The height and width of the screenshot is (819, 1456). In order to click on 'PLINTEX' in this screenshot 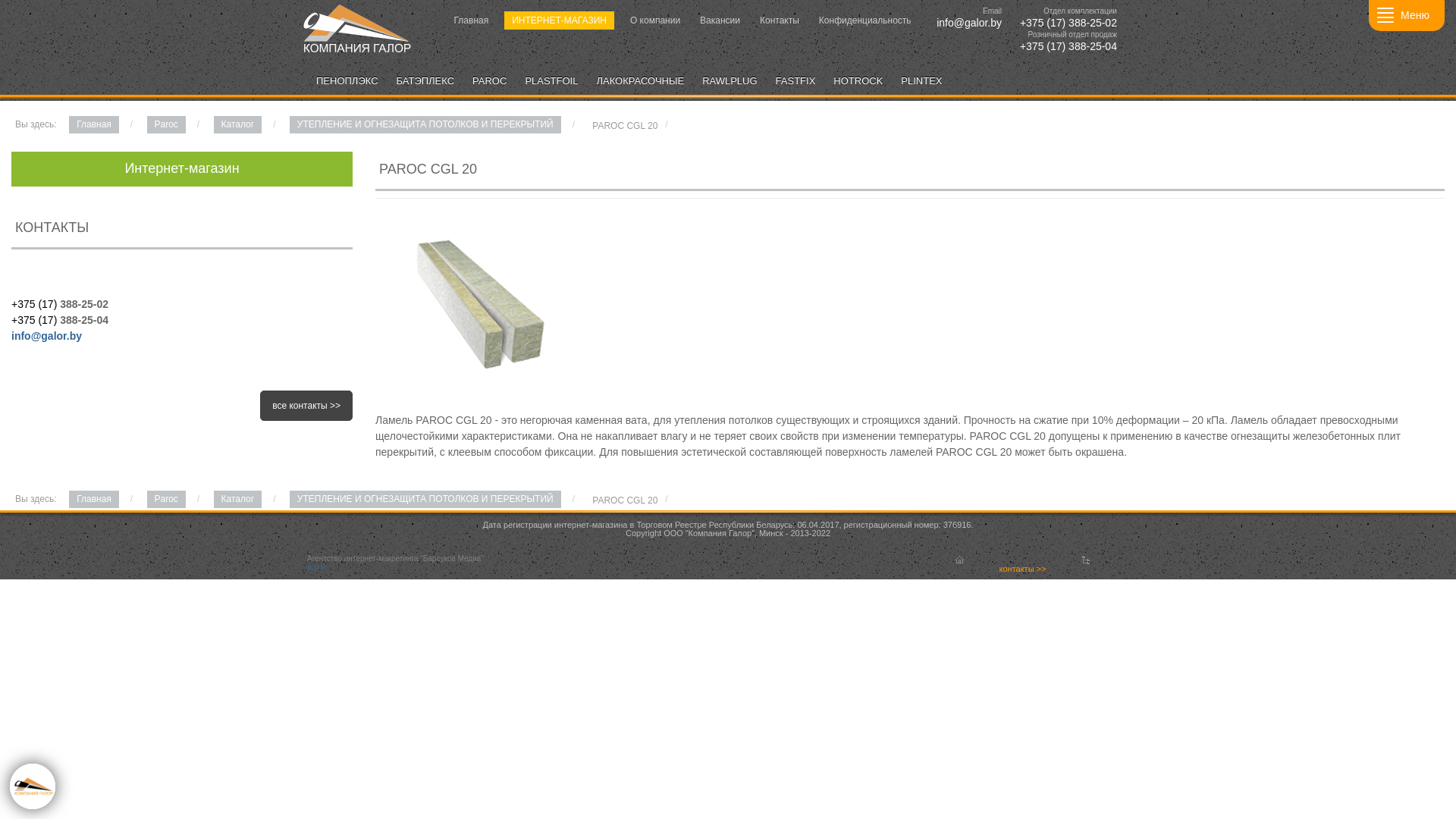, I will do `click(920, 81)`.